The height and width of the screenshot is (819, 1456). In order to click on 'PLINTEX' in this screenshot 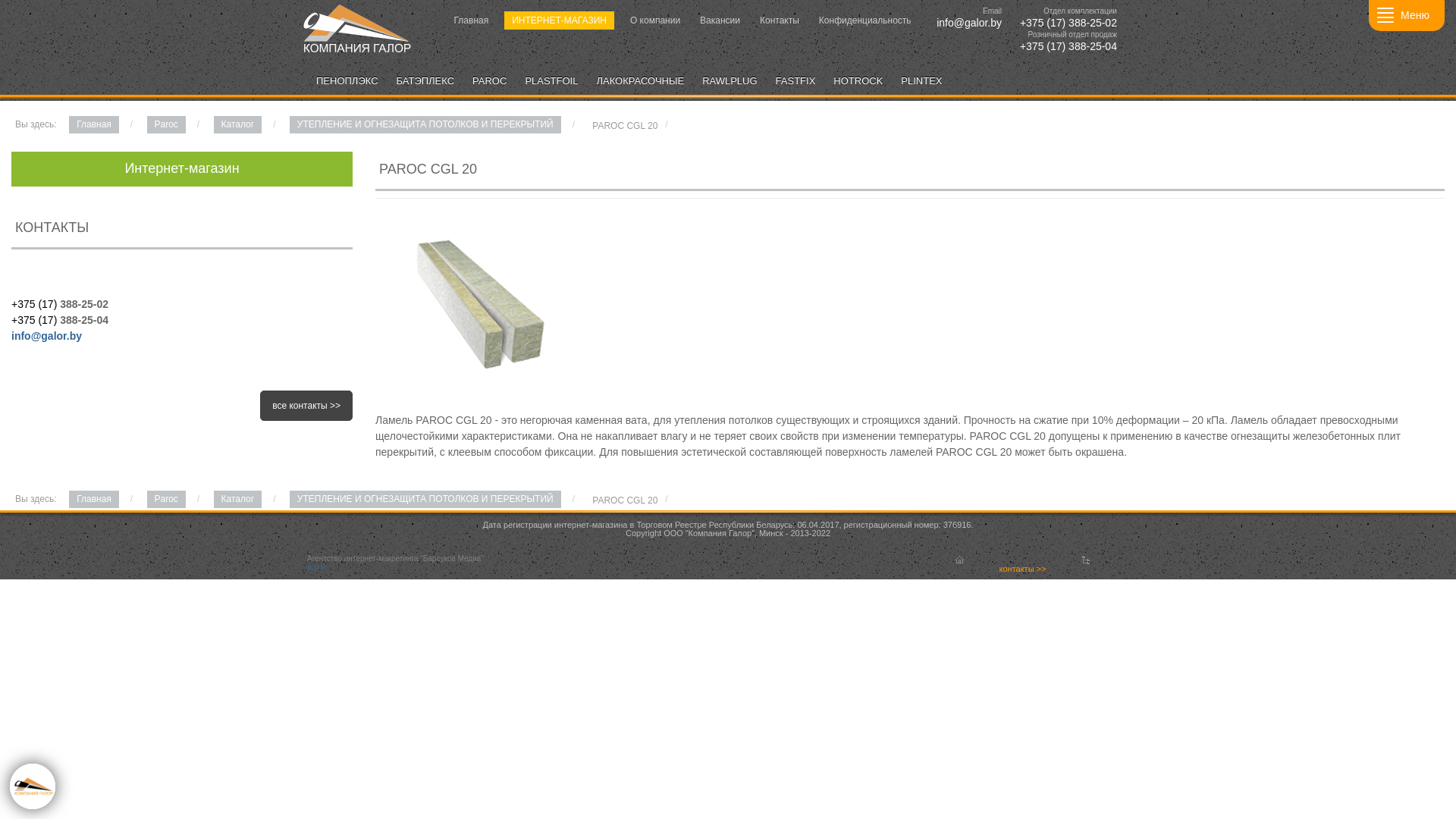, I will do `click(920, 81)`.